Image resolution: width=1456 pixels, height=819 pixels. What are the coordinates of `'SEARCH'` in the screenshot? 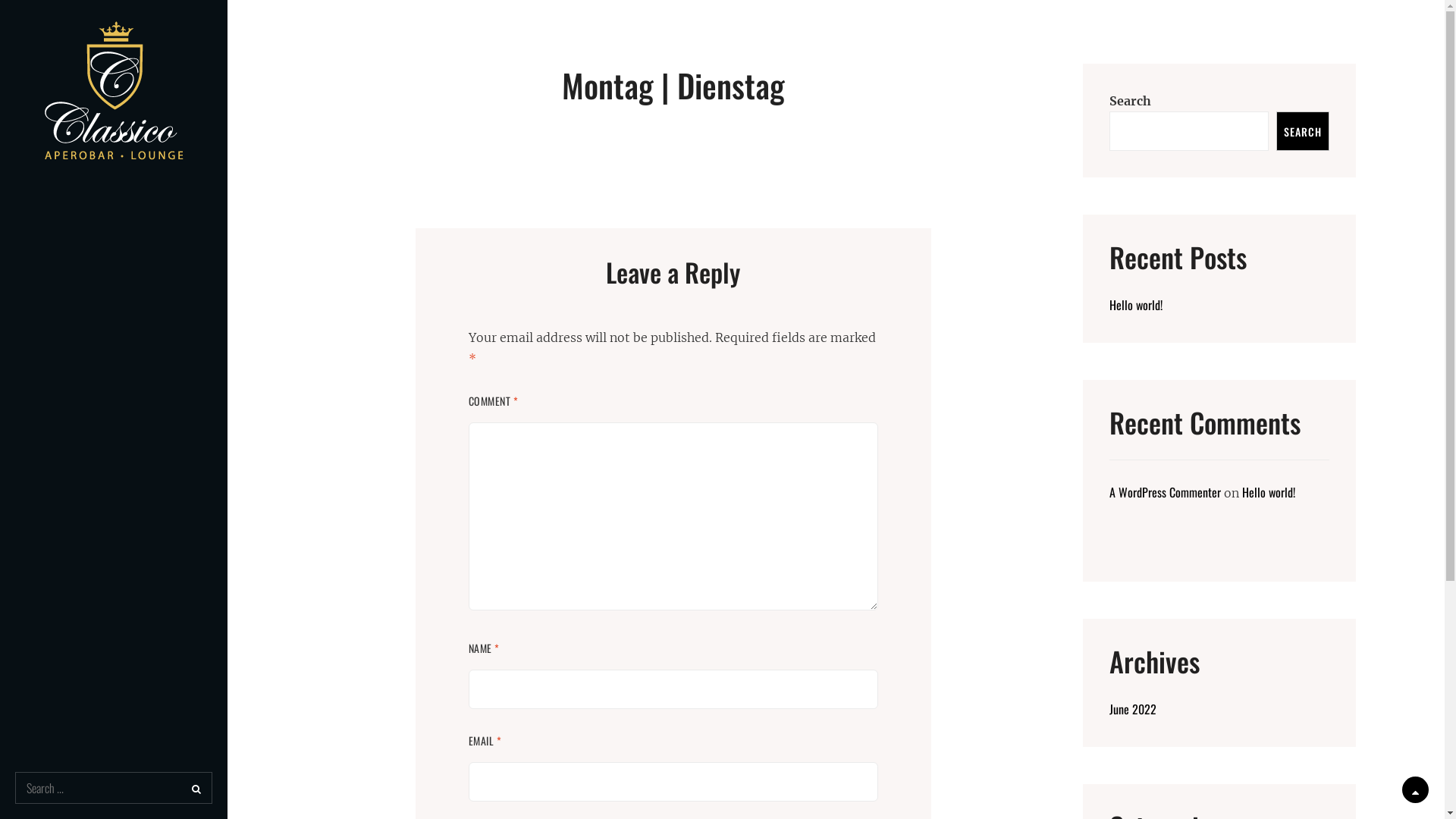 It's located at (1302, 130).